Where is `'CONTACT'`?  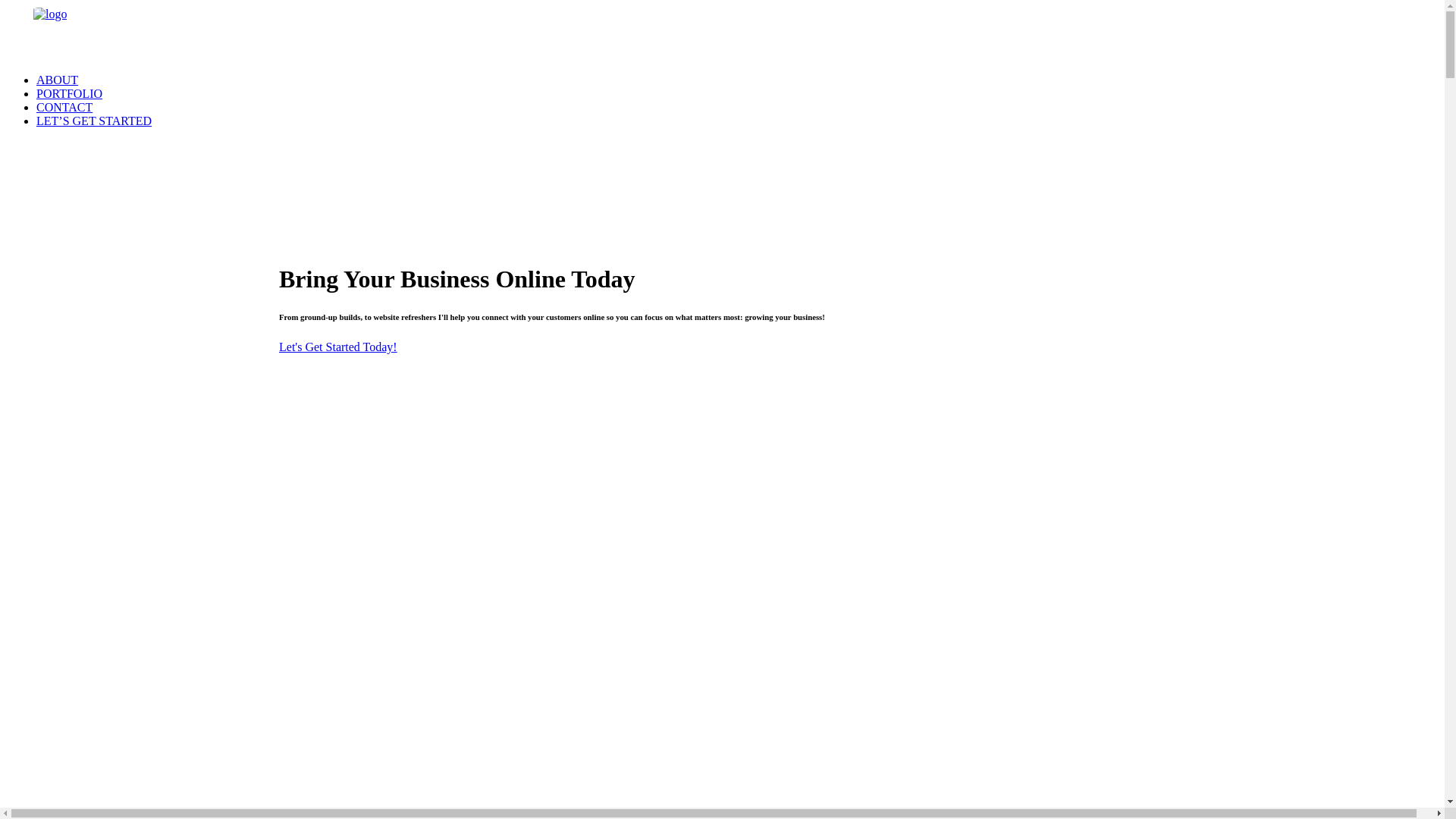 'CONTACT' is located at coordinates (64, 106).